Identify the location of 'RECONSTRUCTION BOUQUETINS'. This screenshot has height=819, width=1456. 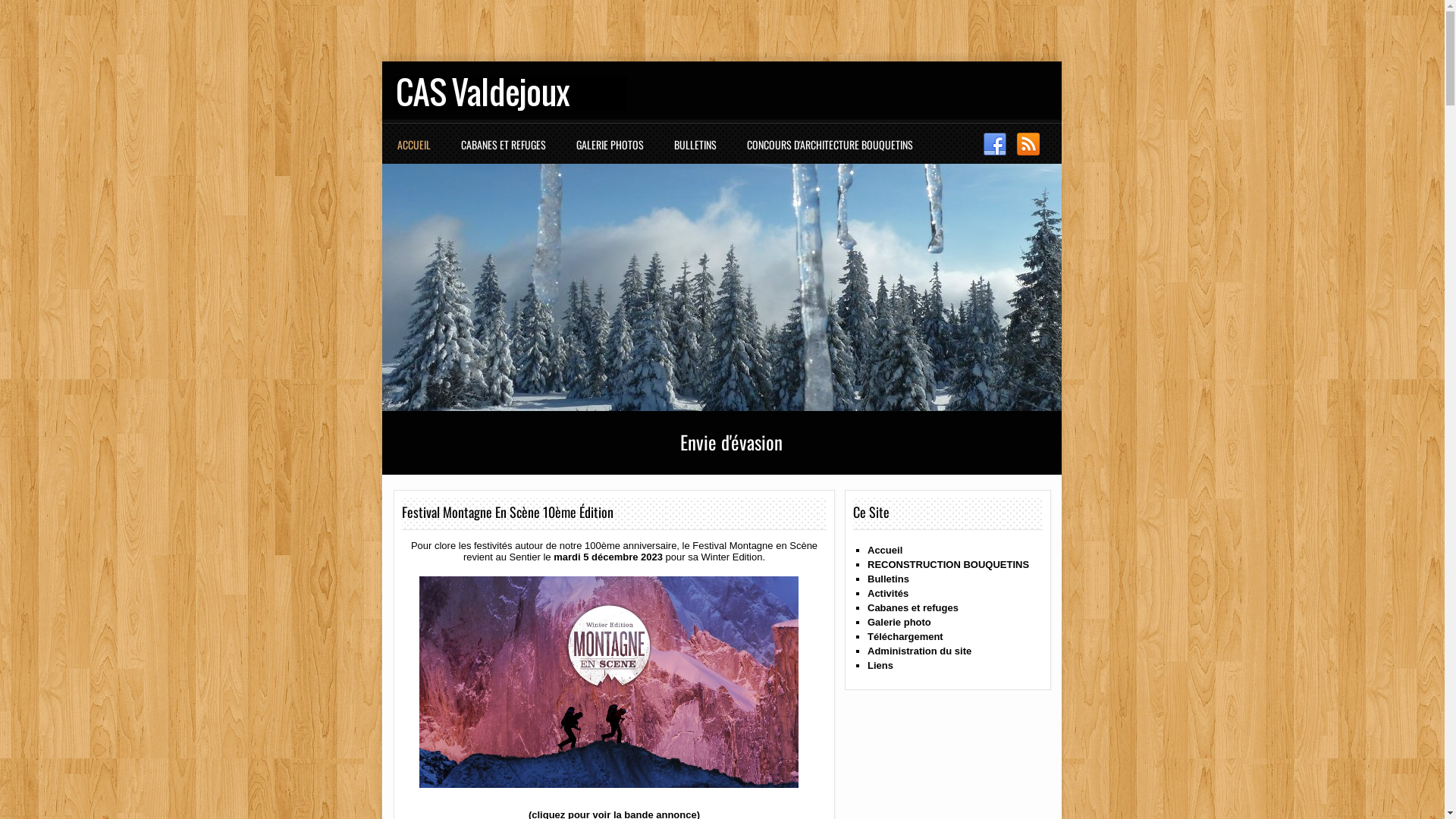
(947, 564).